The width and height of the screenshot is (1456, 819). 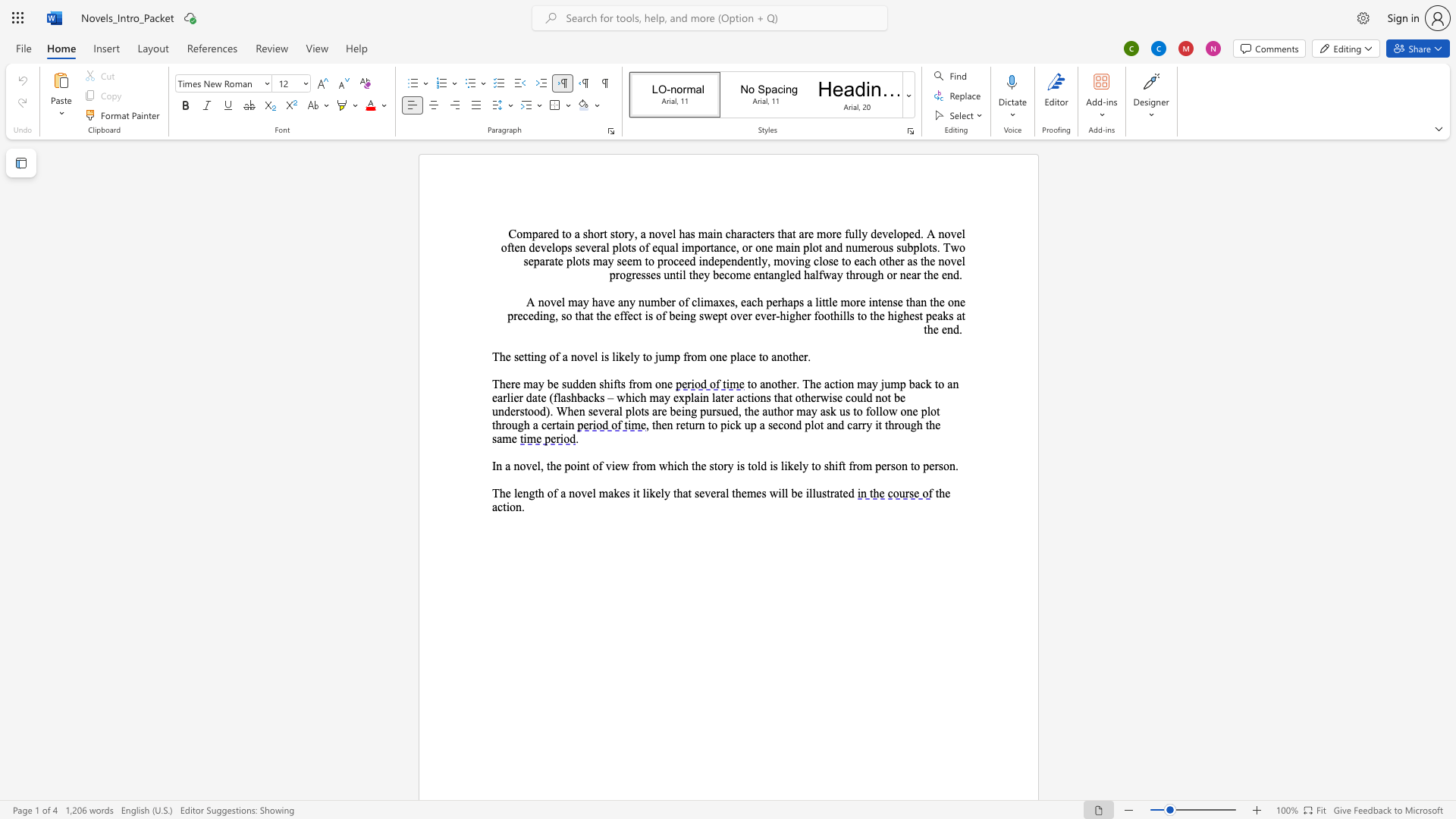 I want to click on the 10th character "o" in the text, so click(x=916, y=465).